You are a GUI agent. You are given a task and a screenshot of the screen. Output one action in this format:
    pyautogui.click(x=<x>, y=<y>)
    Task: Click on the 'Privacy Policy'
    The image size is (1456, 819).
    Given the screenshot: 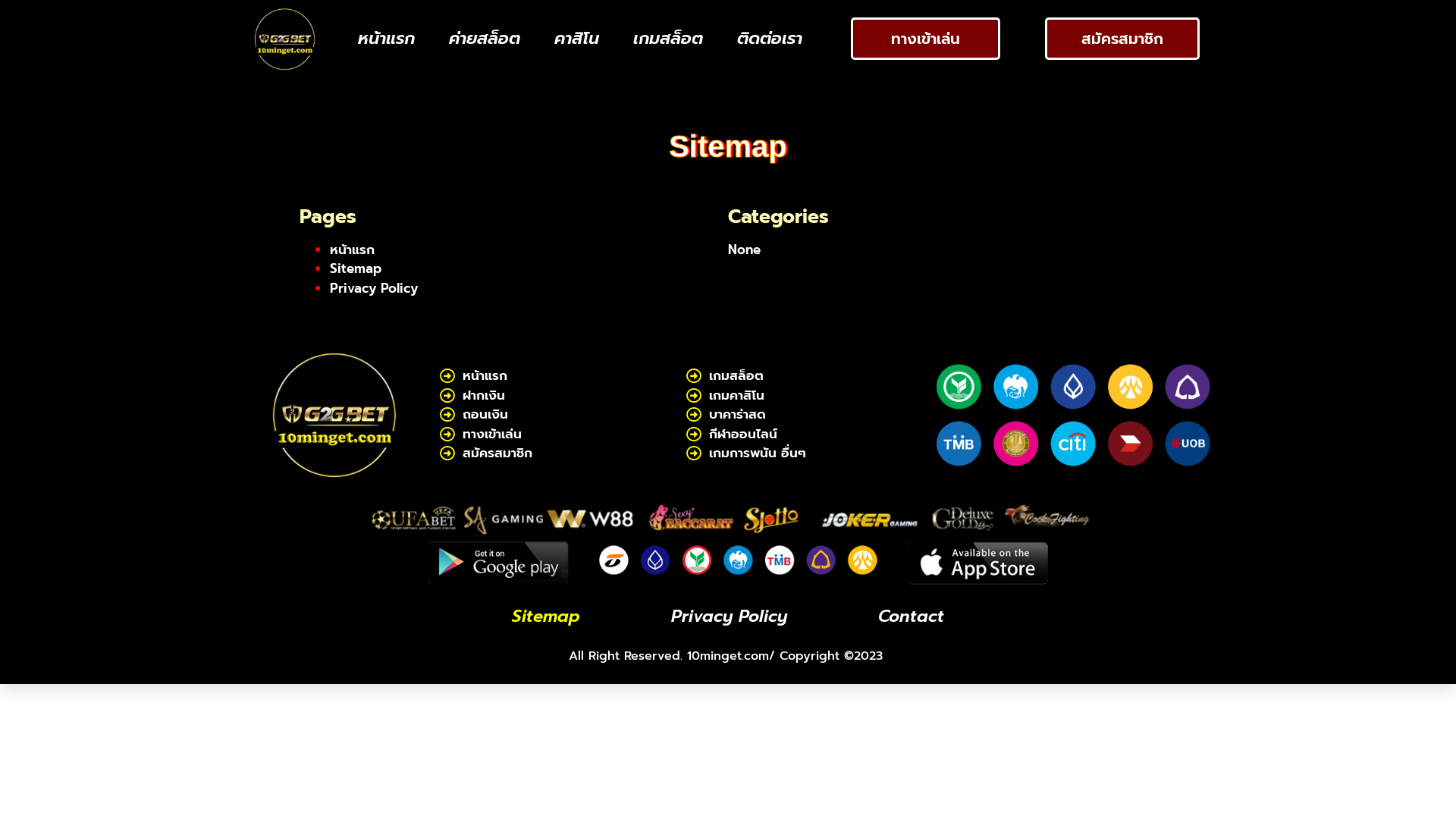 What is the action you would take?
    pyautogui.click(x=729, y=617)
    